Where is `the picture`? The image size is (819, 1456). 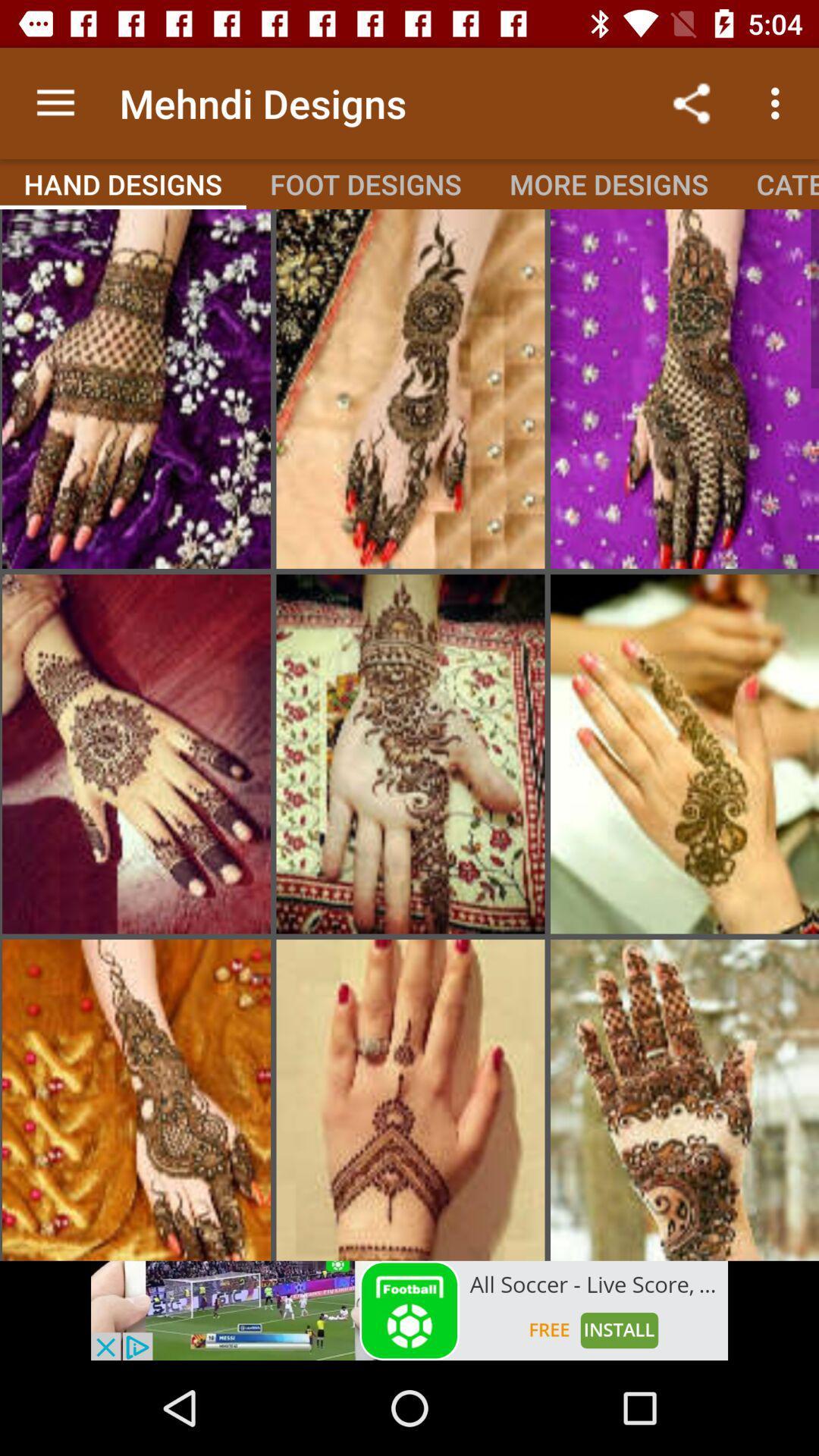
the picture is located at coordinates (684, 754).